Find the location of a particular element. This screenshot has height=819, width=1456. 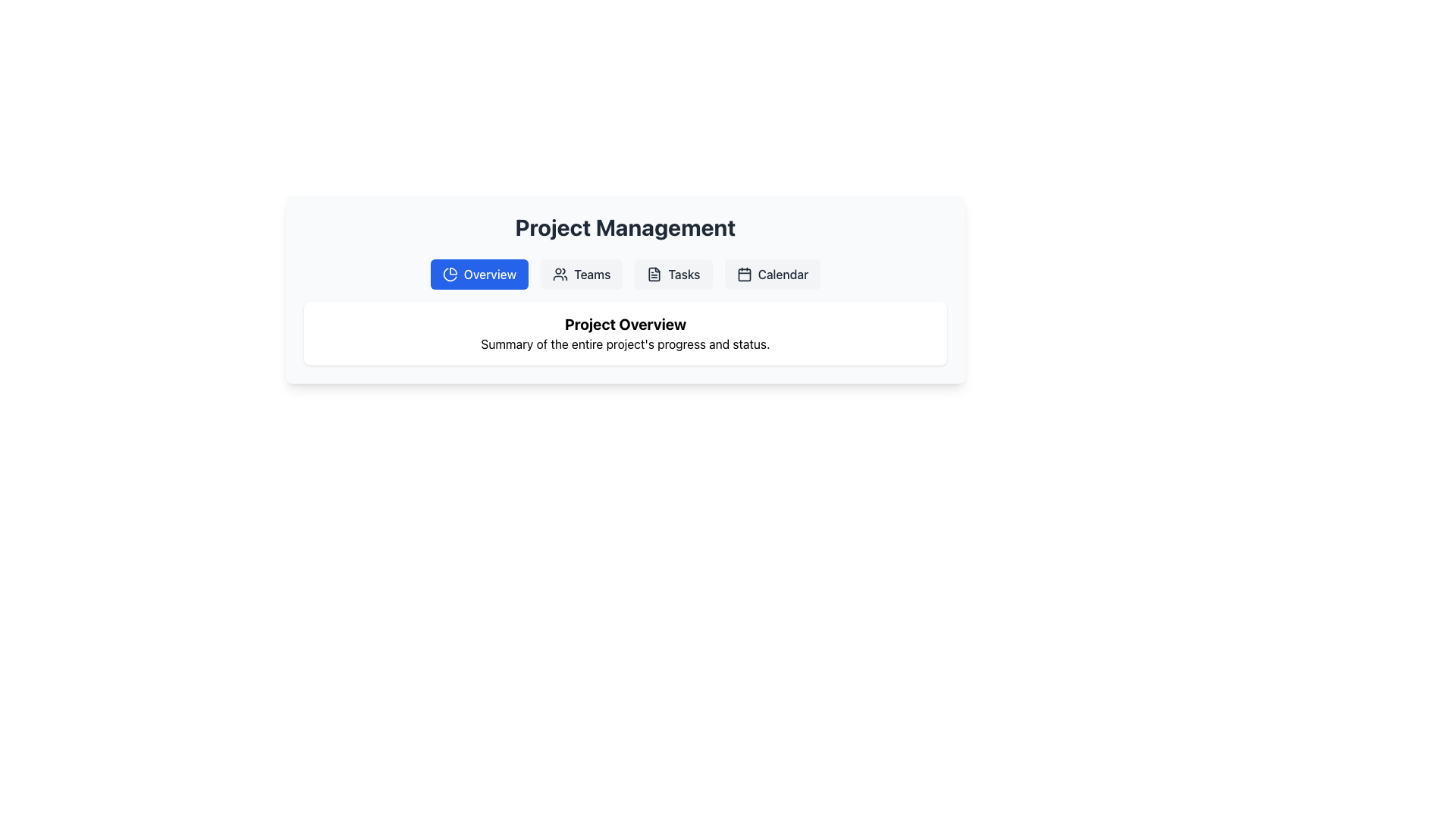

the pie chart icon with a blue background located within the Overview button is located at coordinates (449, 275).